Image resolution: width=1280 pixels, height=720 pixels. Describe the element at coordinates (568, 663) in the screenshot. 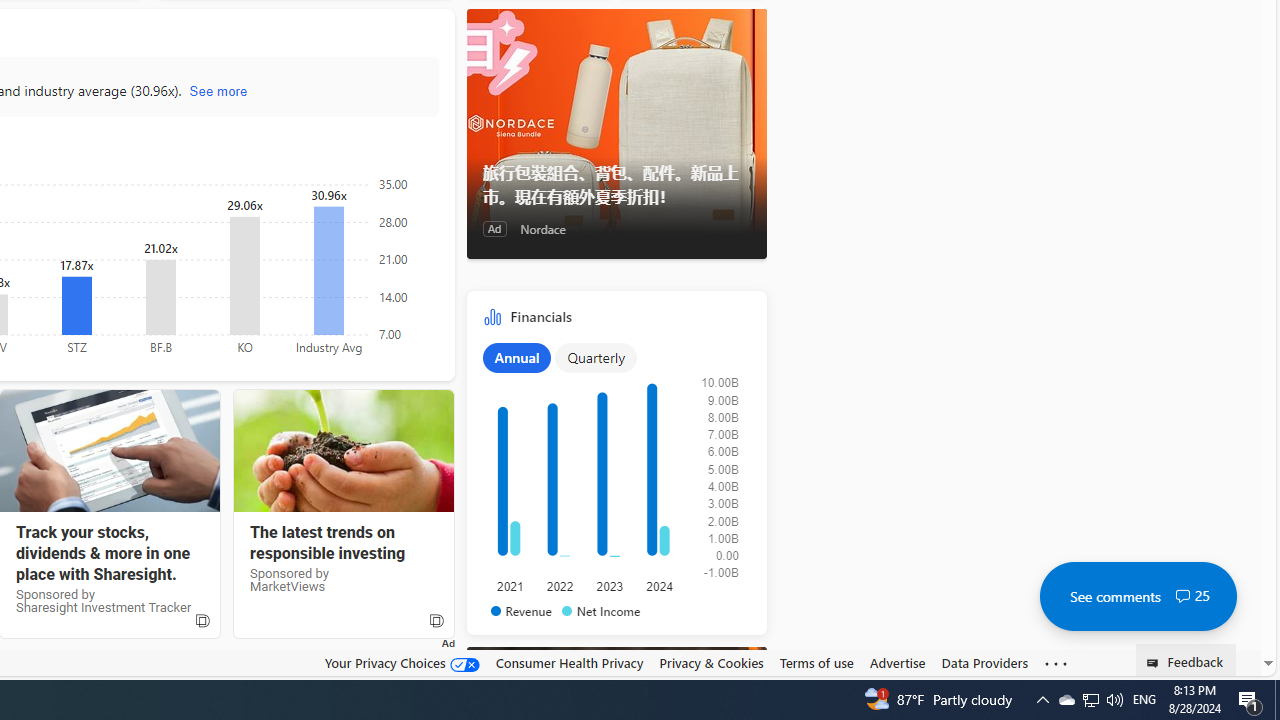

I see `'Consumer Health Privacy'` at that location.